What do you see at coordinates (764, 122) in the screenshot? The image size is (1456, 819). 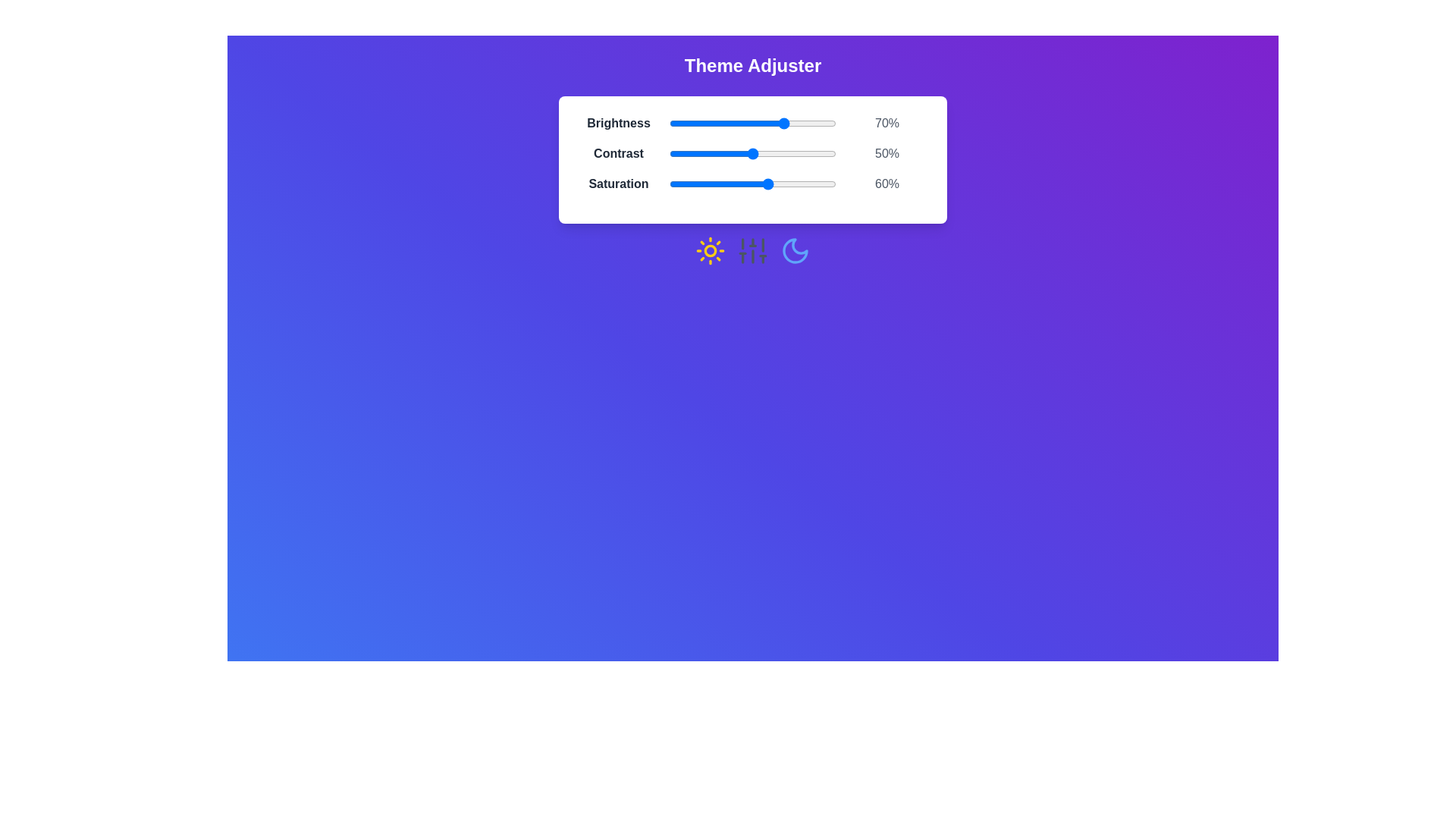 I see `the 0 slider to 57%` at bounding box center [764, 122].